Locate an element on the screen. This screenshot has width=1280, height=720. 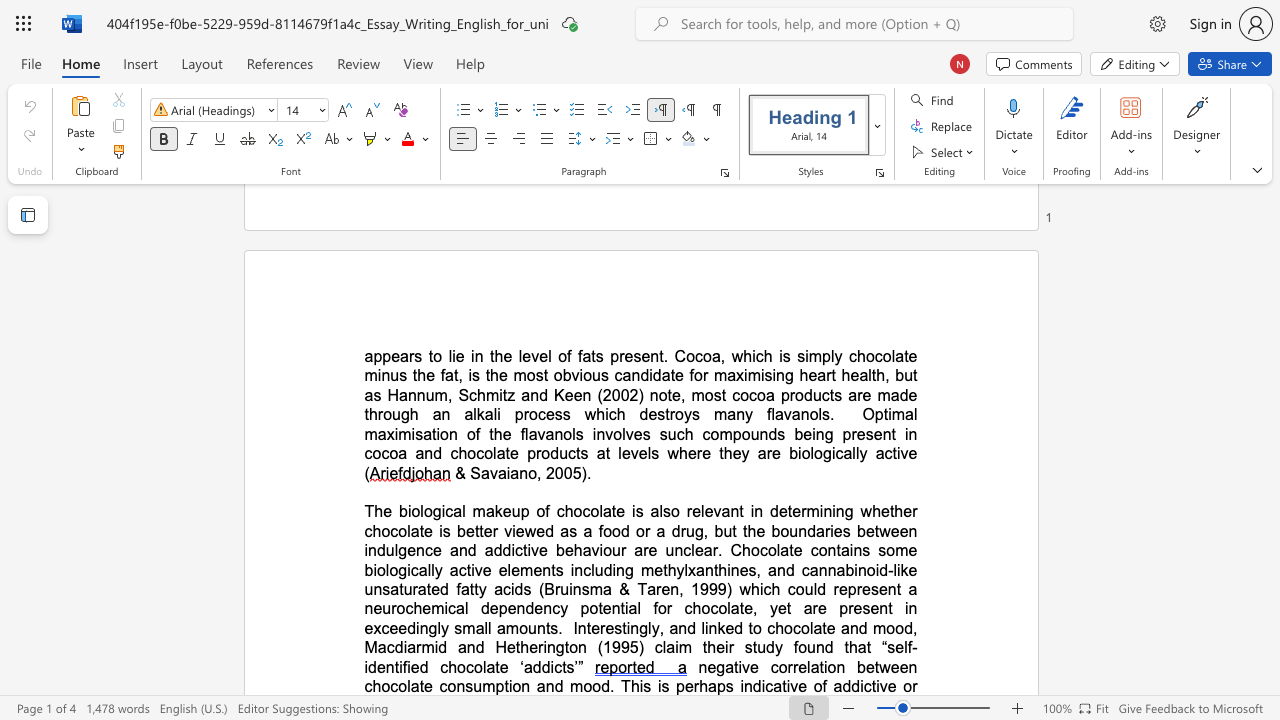
the subset text "ndicati" within the text "perhaps indicative" is located at coordinates (742, 685).